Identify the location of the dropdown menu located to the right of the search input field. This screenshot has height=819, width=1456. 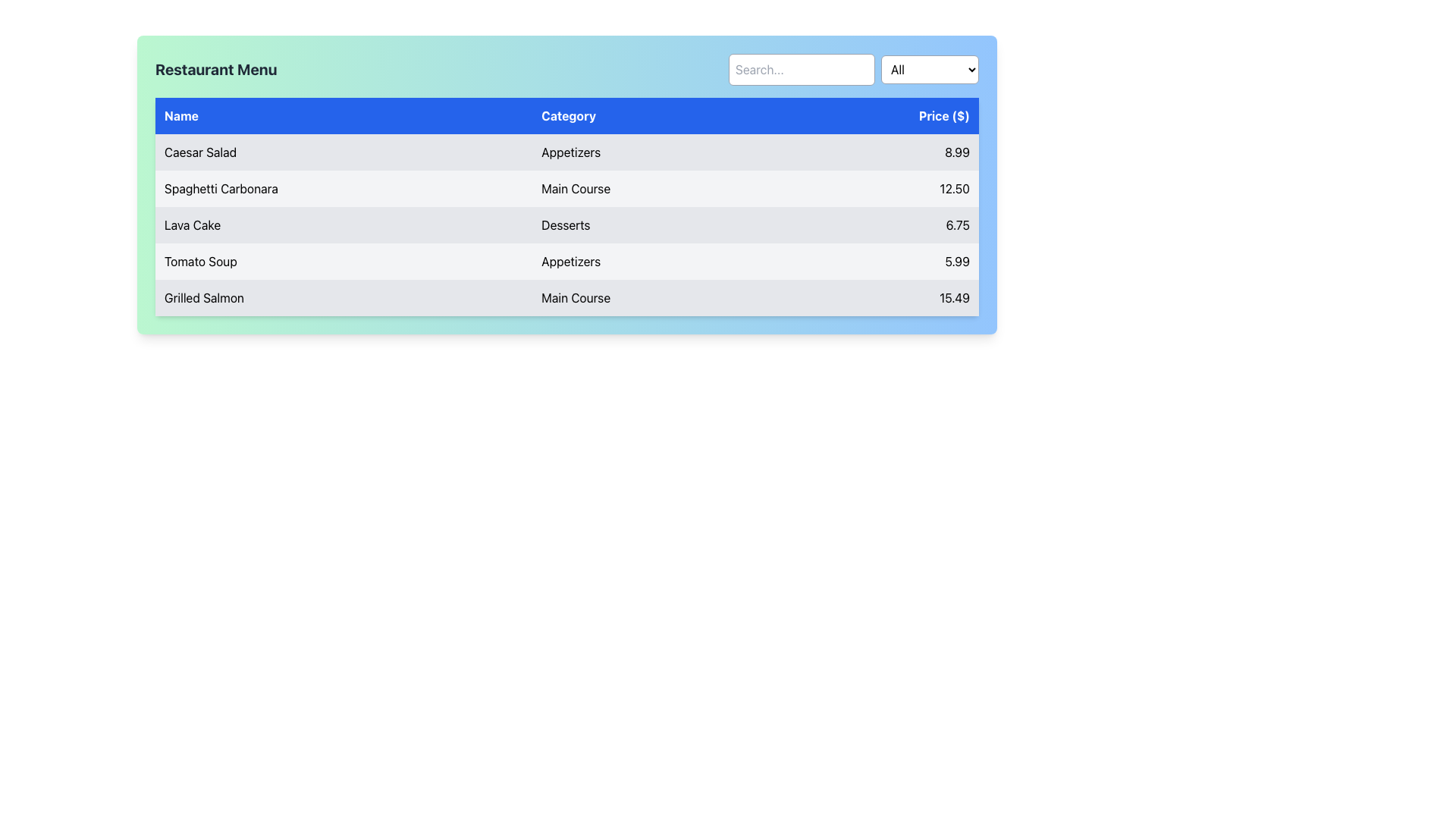
(929, 70).